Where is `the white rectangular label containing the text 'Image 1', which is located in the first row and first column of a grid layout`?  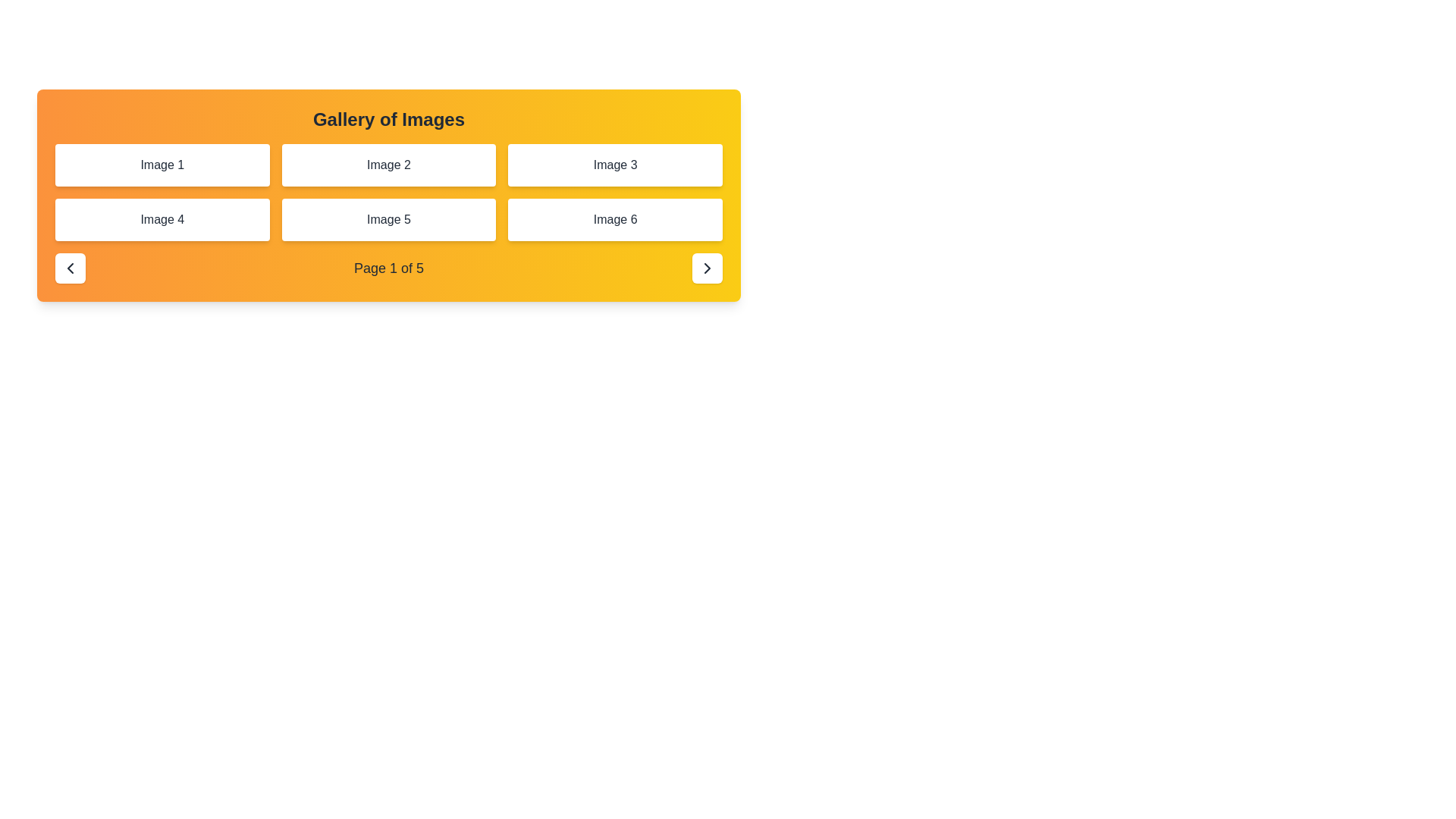
the white rectangular label containing the text 'Image 1', which is located in the first row and first column of a grid layout is located at coordinates (162, 165).